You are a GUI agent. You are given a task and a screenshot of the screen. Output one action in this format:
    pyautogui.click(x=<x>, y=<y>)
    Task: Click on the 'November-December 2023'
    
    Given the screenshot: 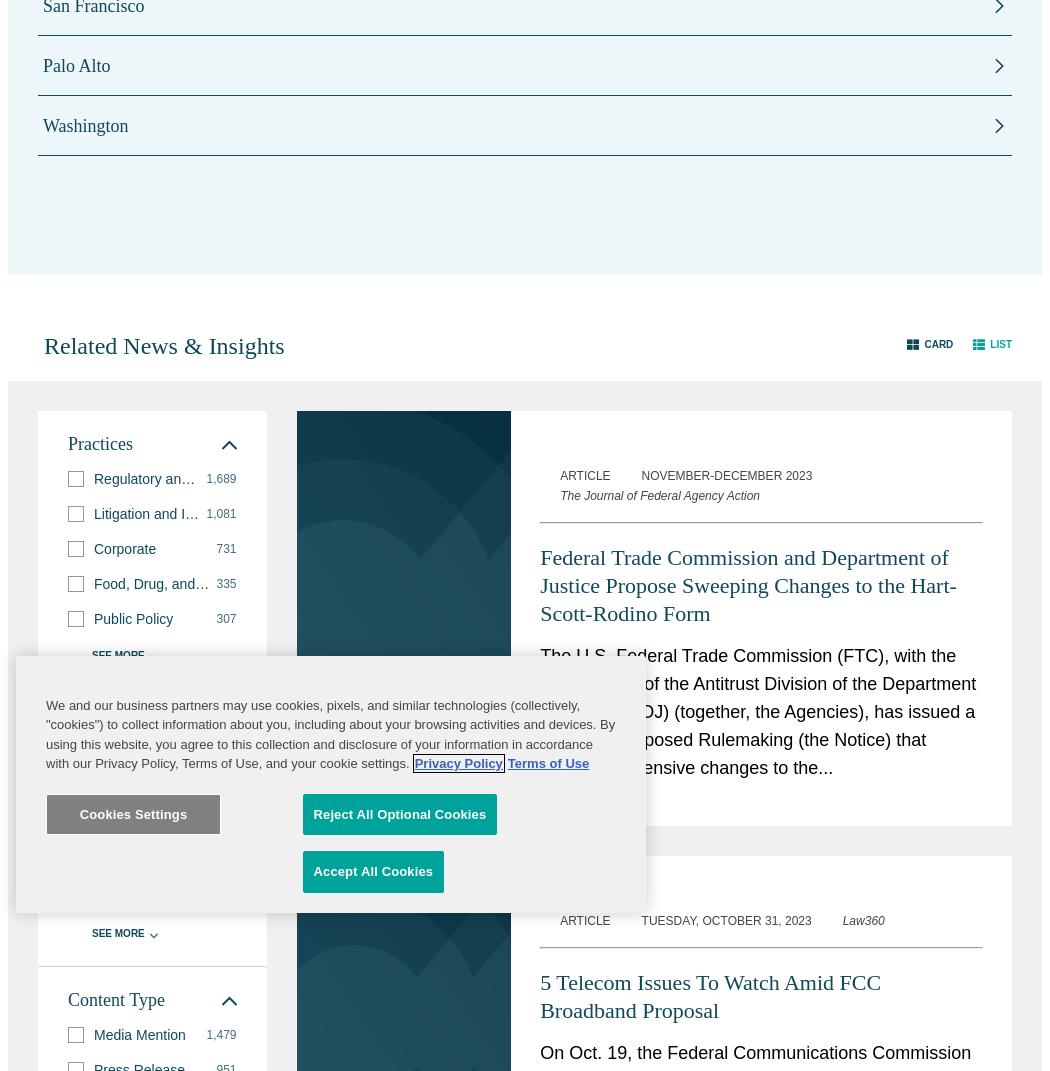 What is the action you would take?
    pyautogui.click(x=725, y=474)
    